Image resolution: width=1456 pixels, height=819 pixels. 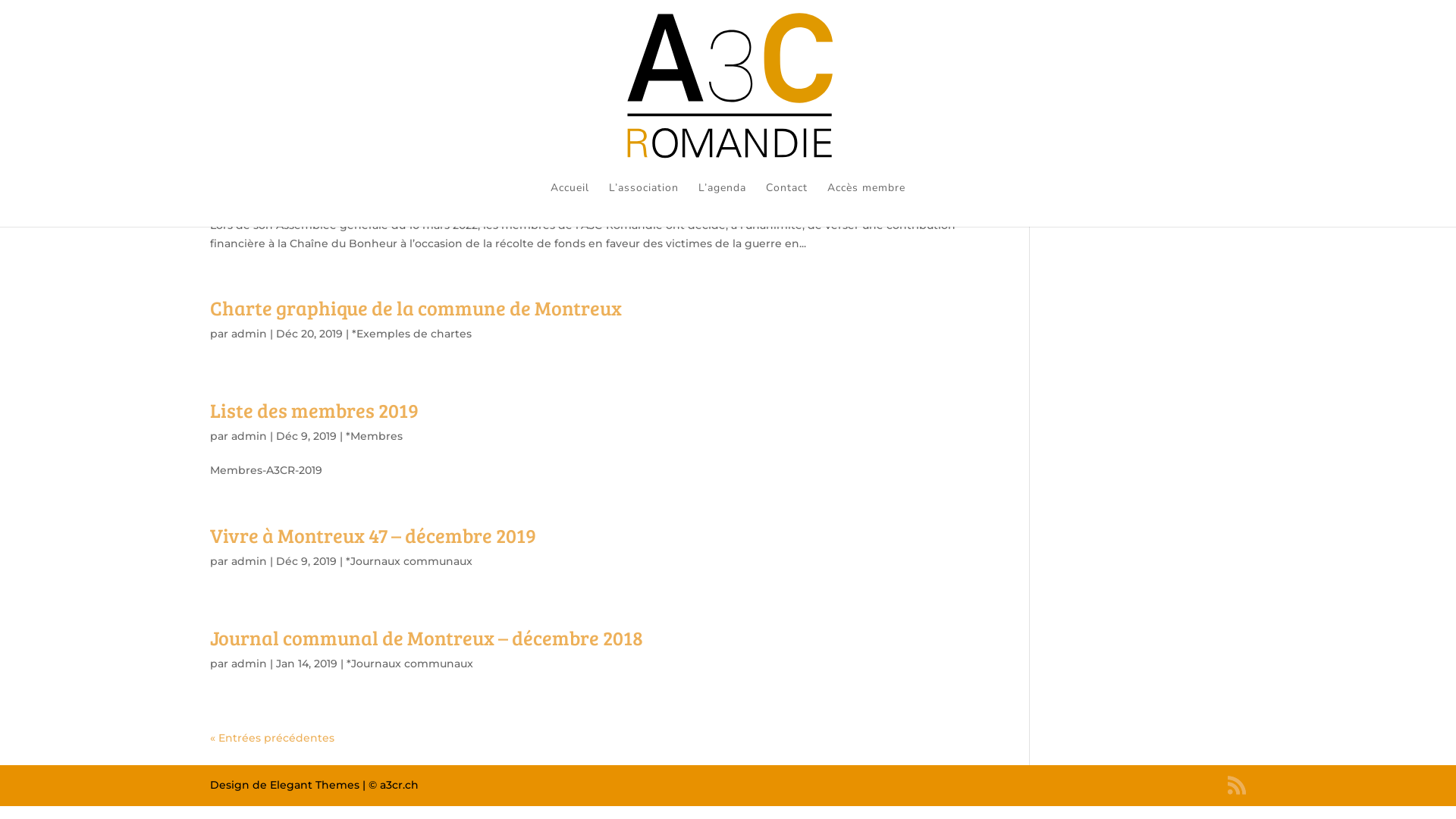 What do you see at coordinates (313, 409) in the screenshot?
I see `'Liste des membres 2019'` at bounding box center [313, 409].